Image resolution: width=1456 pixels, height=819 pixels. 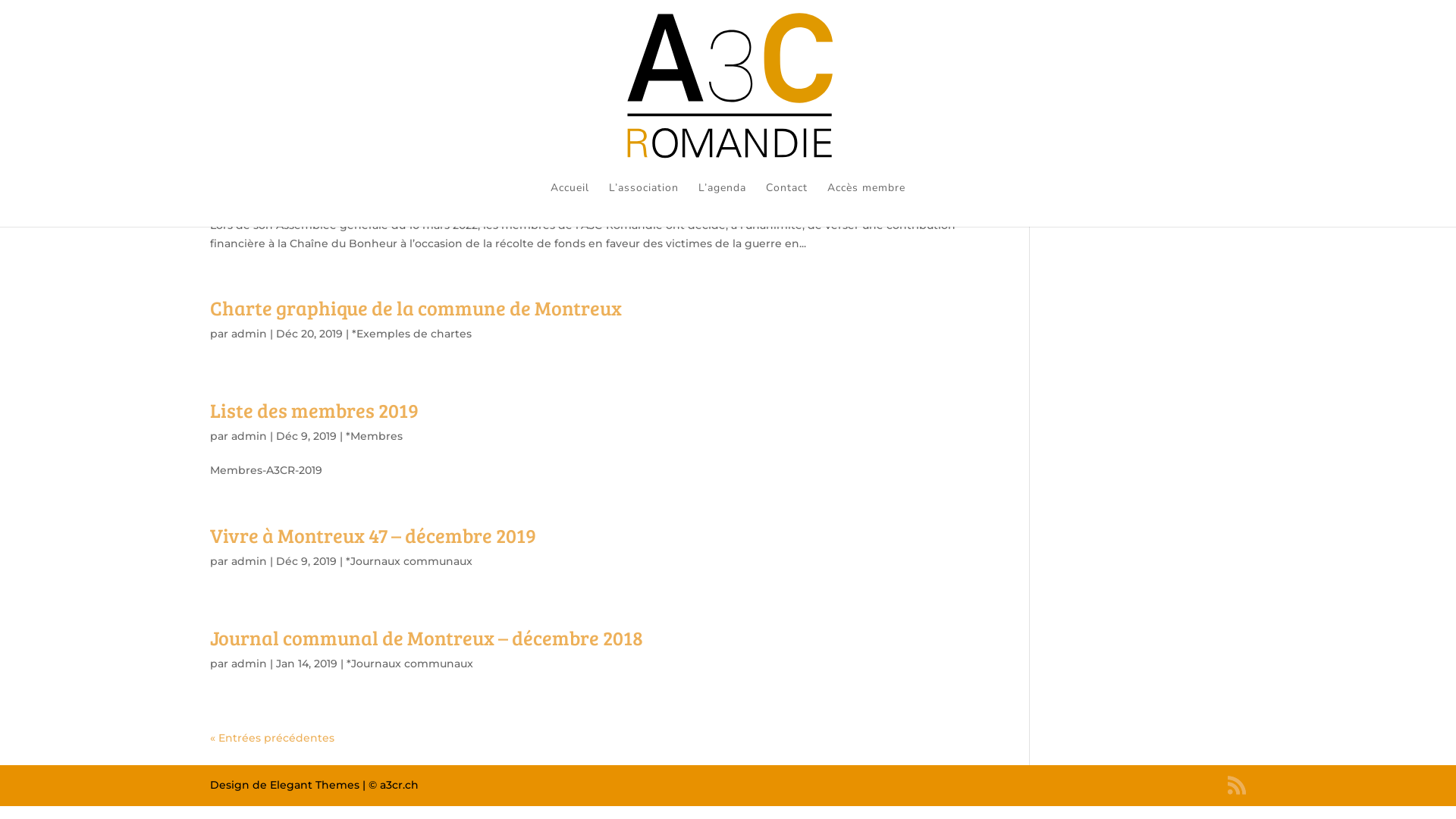 What do you see at coordinates (313, 409) in the screenshot?
I see `'Liste des membres 2019'` at bounding box center [313, 409].